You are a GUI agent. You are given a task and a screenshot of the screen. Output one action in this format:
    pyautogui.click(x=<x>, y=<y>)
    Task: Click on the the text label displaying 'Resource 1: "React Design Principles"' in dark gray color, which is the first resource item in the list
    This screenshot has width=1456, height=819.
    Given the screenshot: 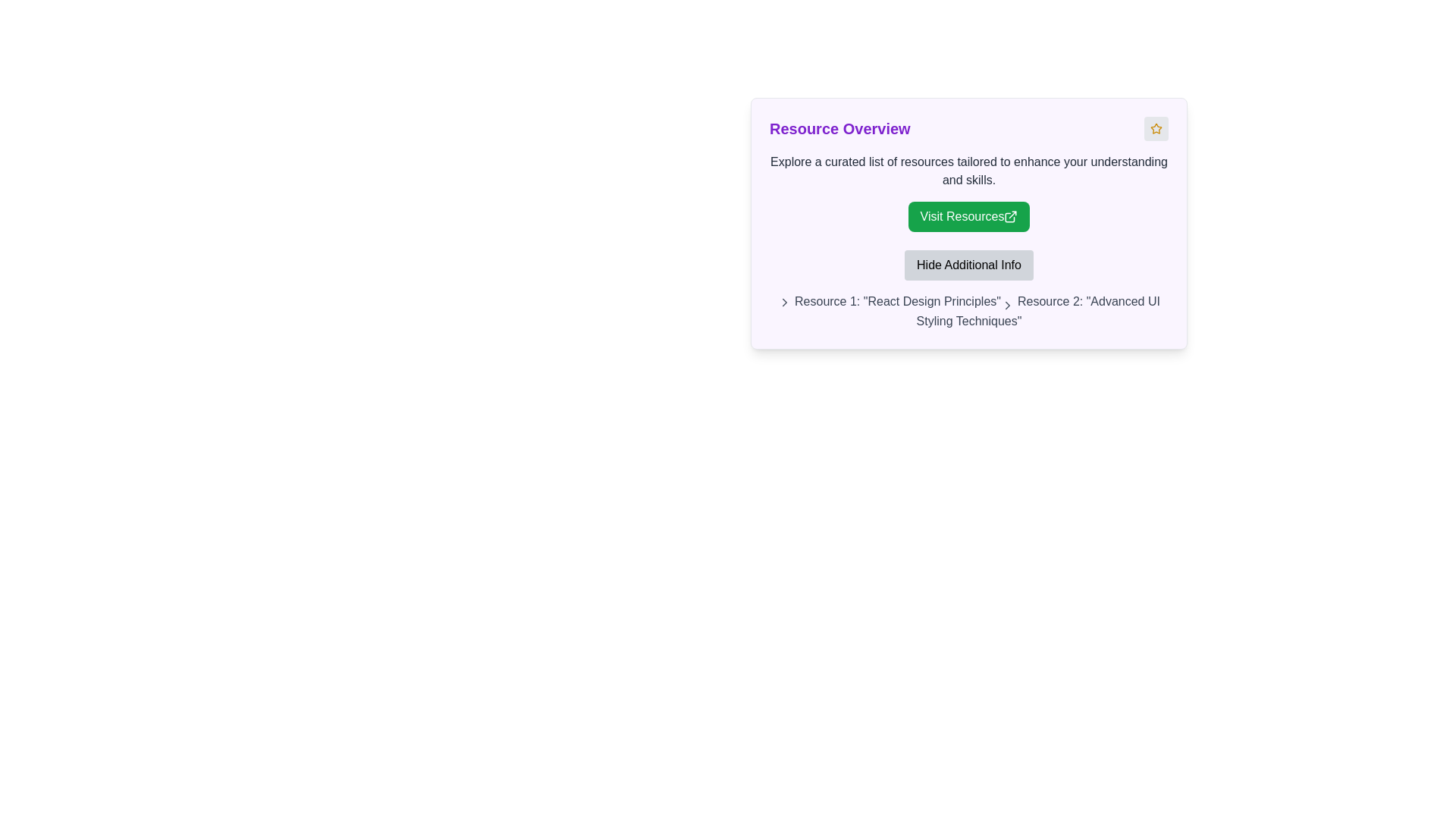 What is the action you would take?
    pyautogui.click(x=898, y=301)
    